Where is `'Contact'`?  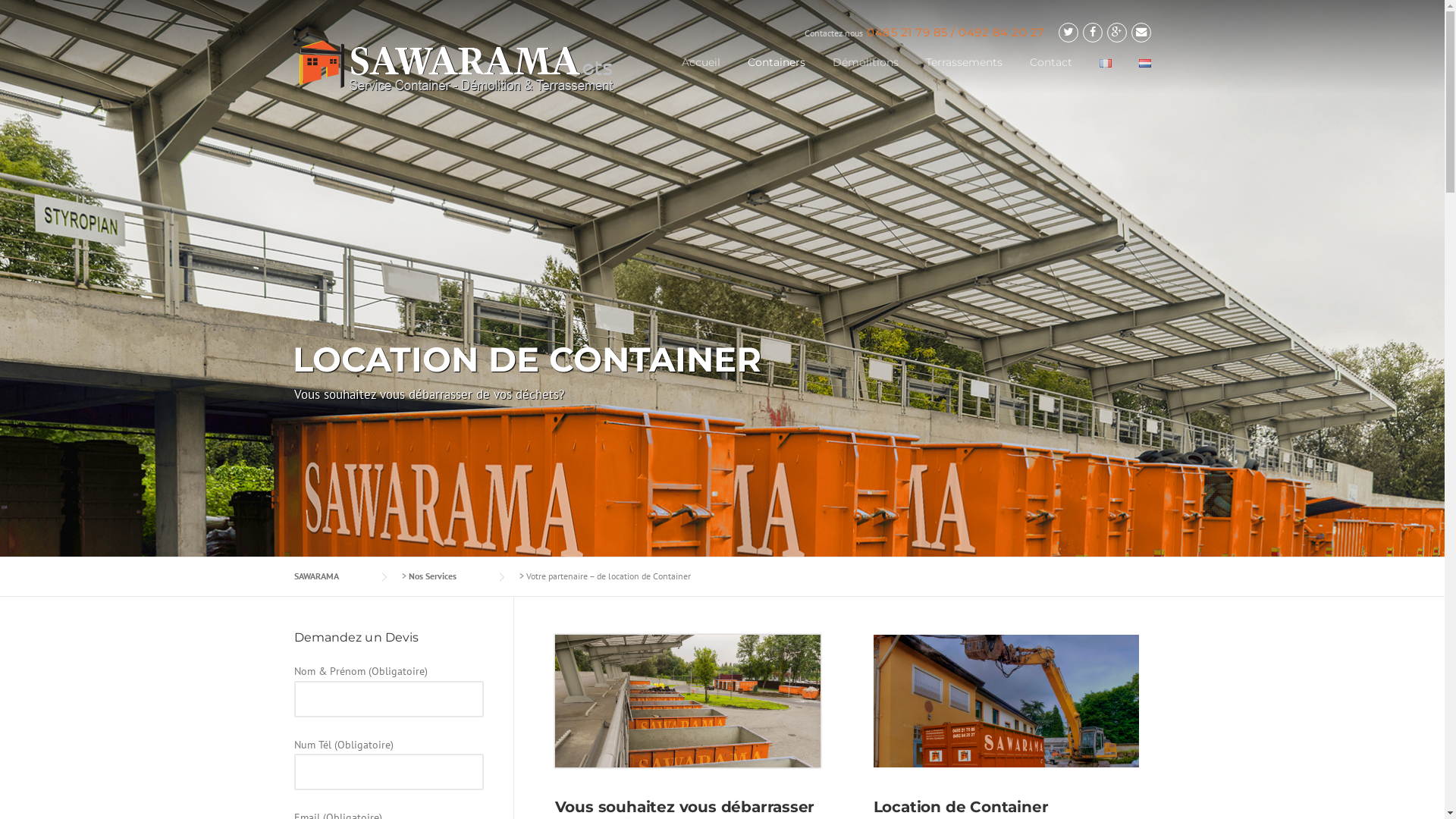 'Contact' is located at coordinates (1050, 74).